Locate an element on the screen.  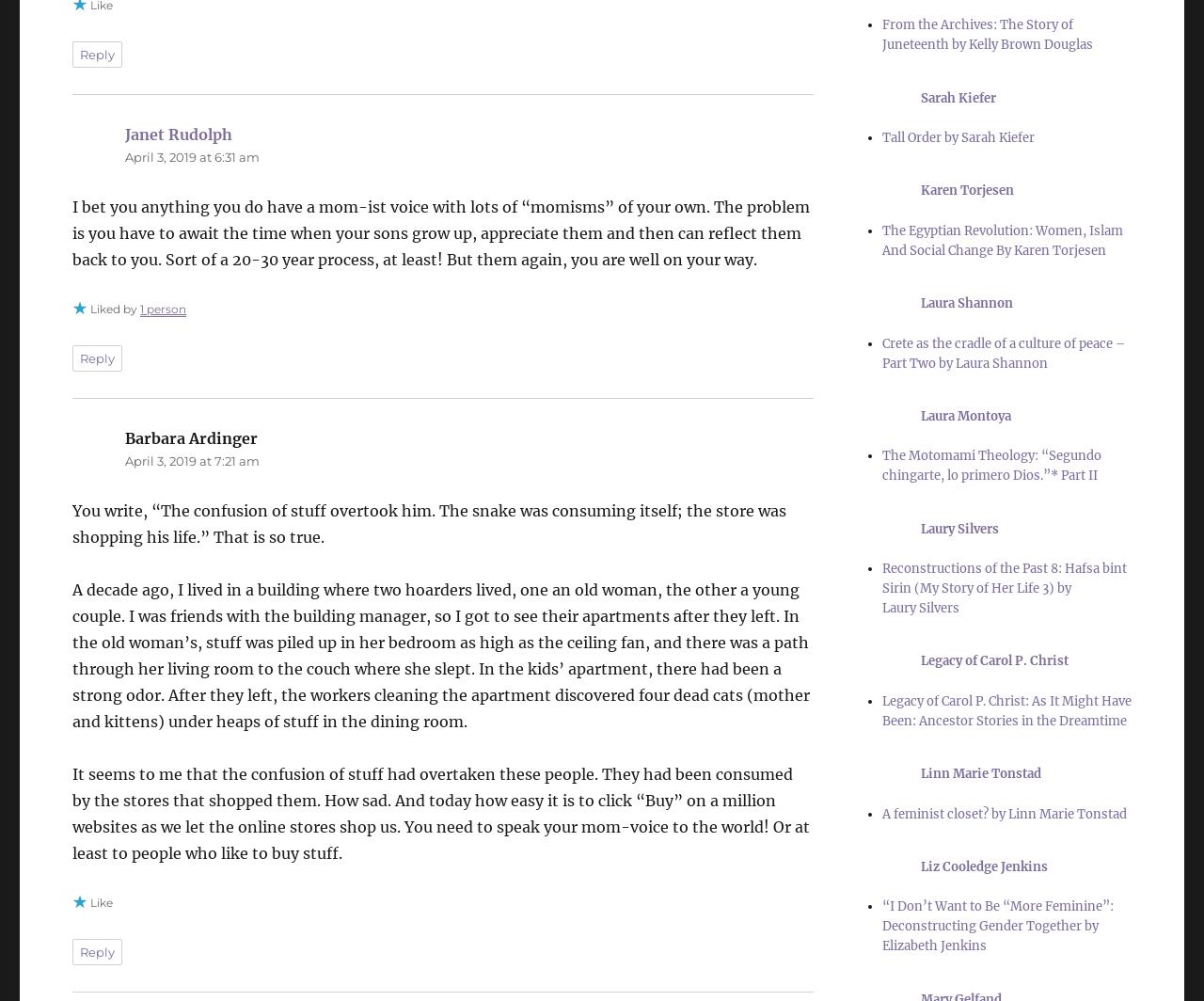
'Like' is located at coordinates (101, 901).